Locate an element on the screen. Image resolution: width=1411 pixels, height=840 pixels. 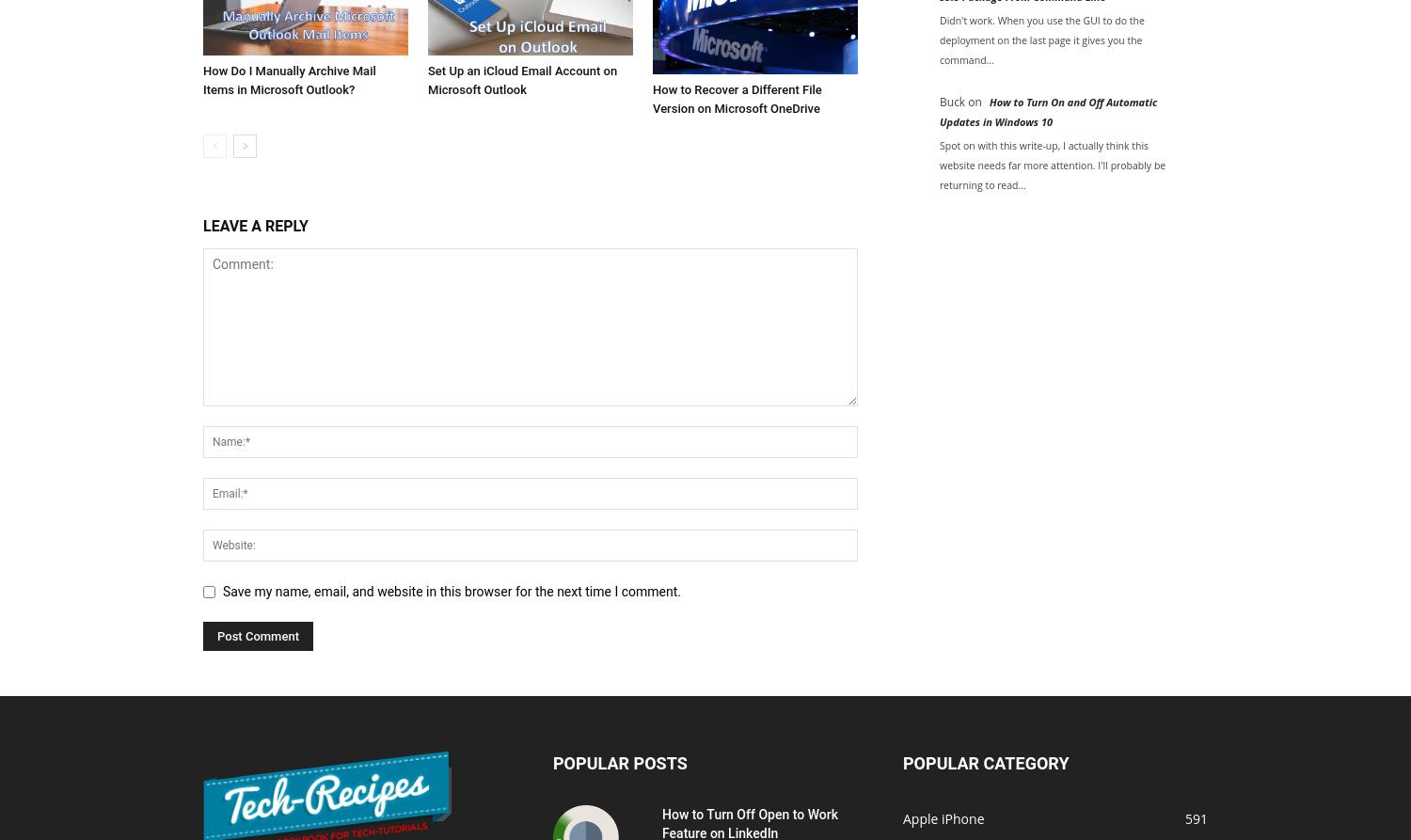
'LEAVE A REPLY' is located at coordinates (255, 224).